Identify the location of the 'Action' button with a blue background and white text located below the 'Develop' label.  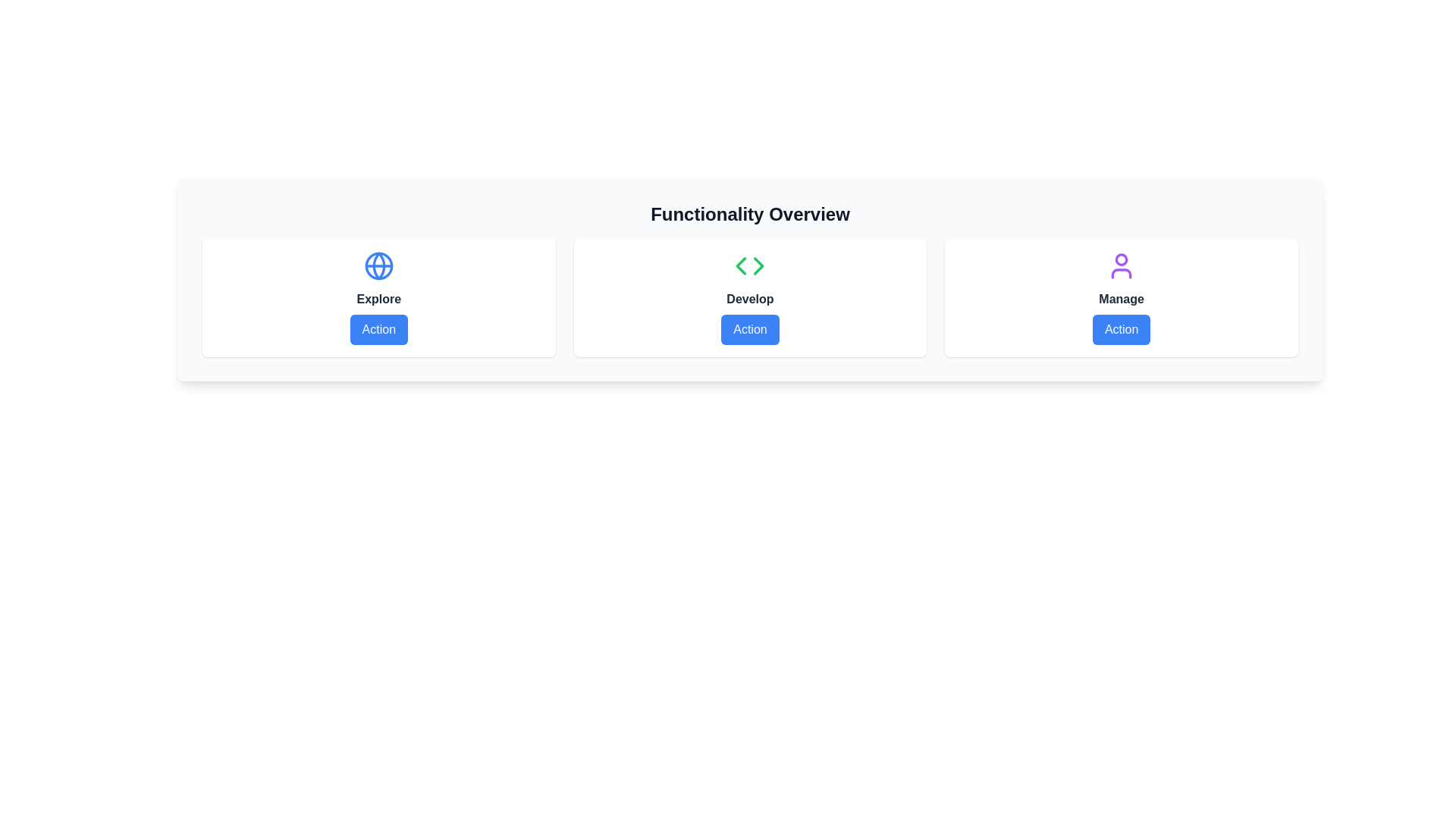
(750, 329).